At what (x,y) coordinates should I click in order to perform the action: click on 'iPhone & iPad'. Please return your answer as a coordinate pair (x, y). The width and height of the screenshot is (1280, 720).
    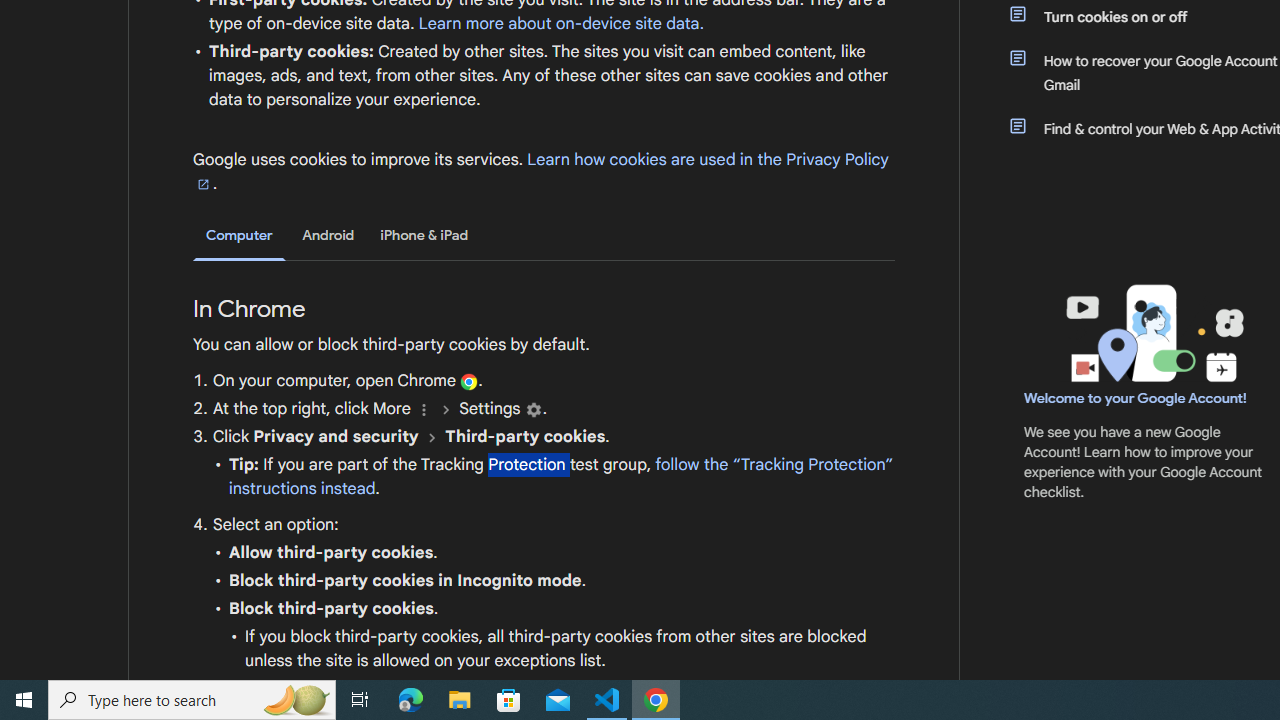
    Looking at the image, I should click on (423, 234).